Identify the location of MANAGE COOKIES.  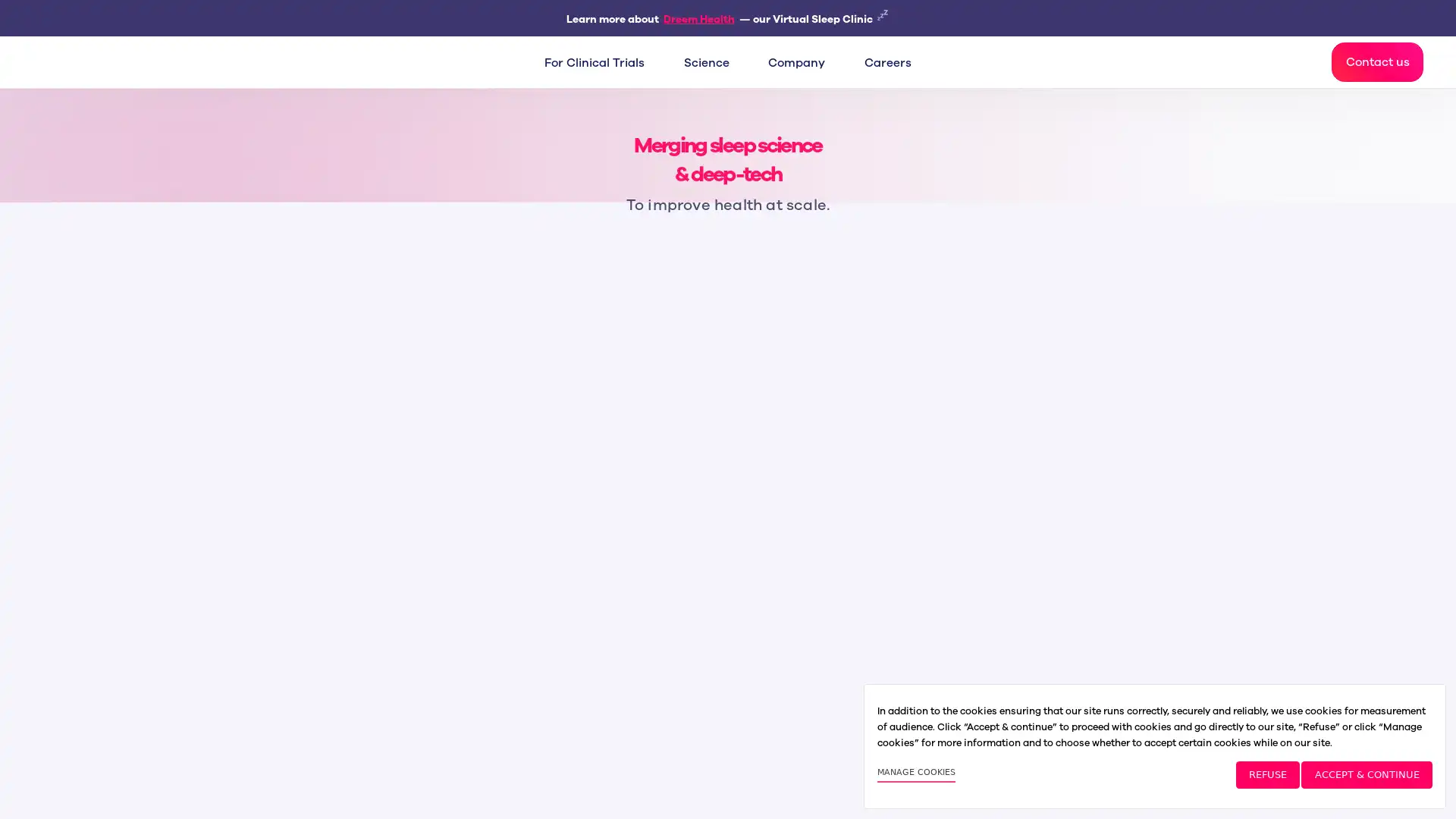
(915, 774).